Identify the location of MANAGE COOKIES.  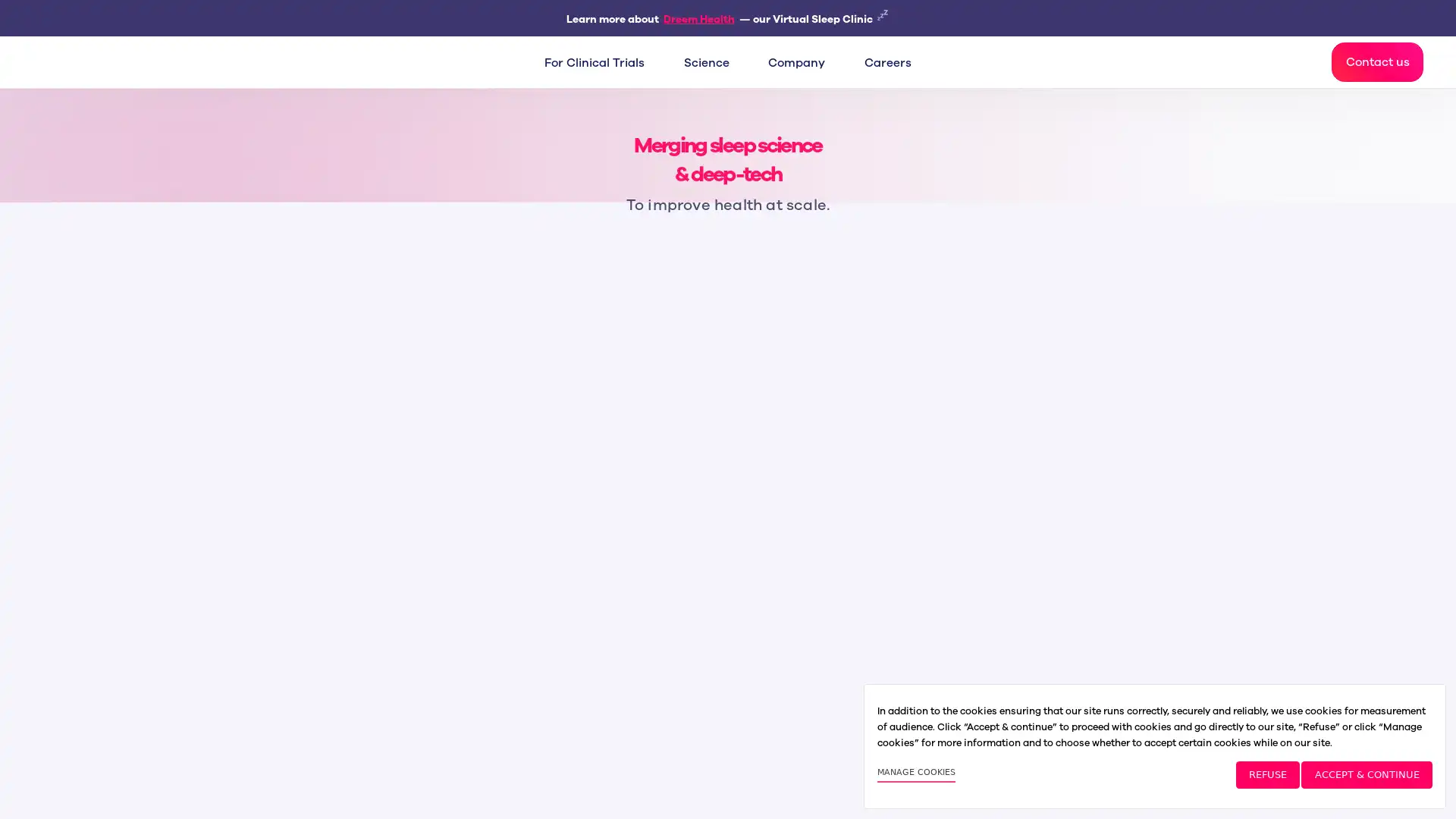
(915, 774).